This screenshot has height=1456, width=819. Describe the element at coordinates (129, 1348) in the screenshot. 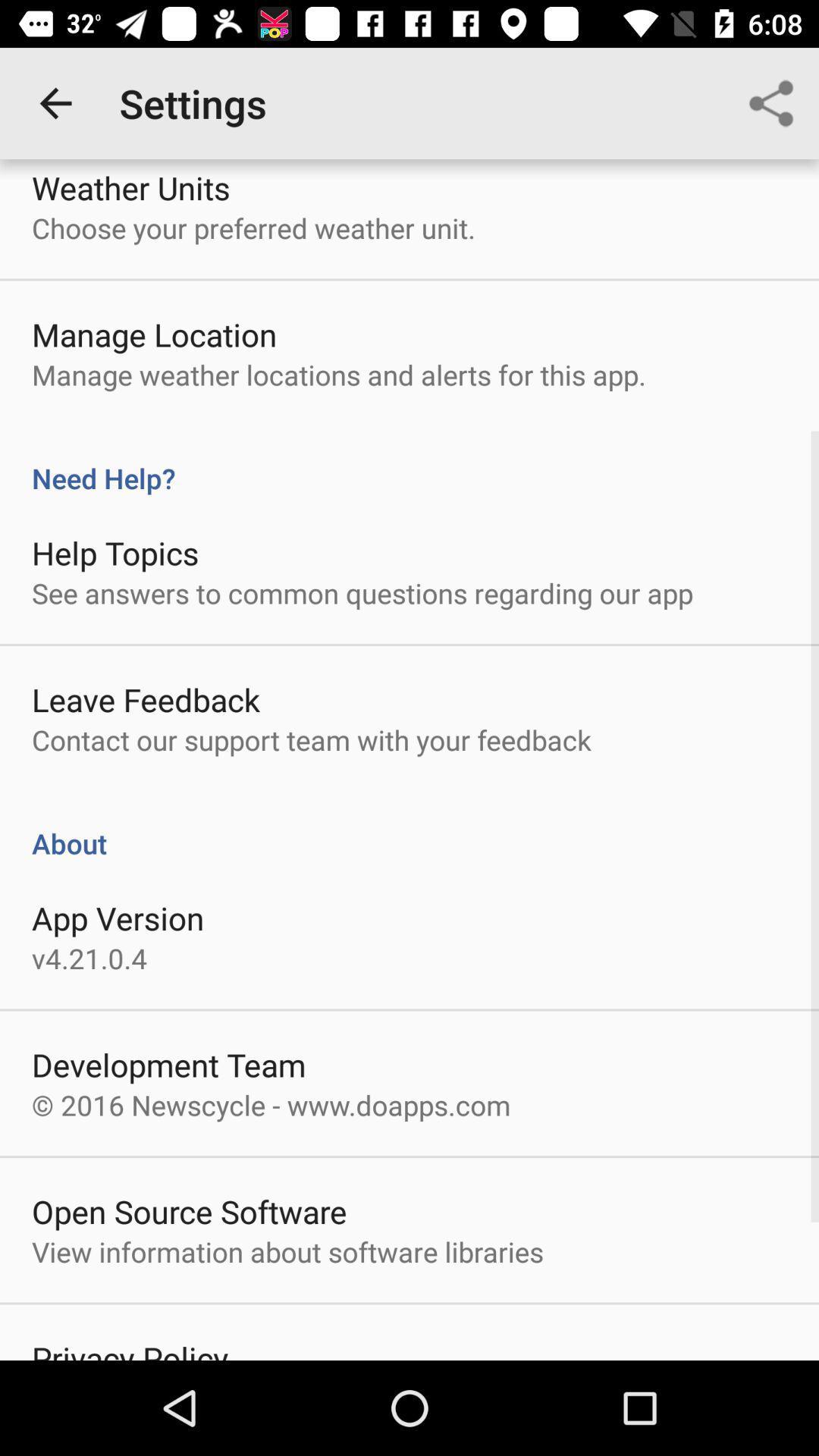

I see `the privacy policy` at that location.